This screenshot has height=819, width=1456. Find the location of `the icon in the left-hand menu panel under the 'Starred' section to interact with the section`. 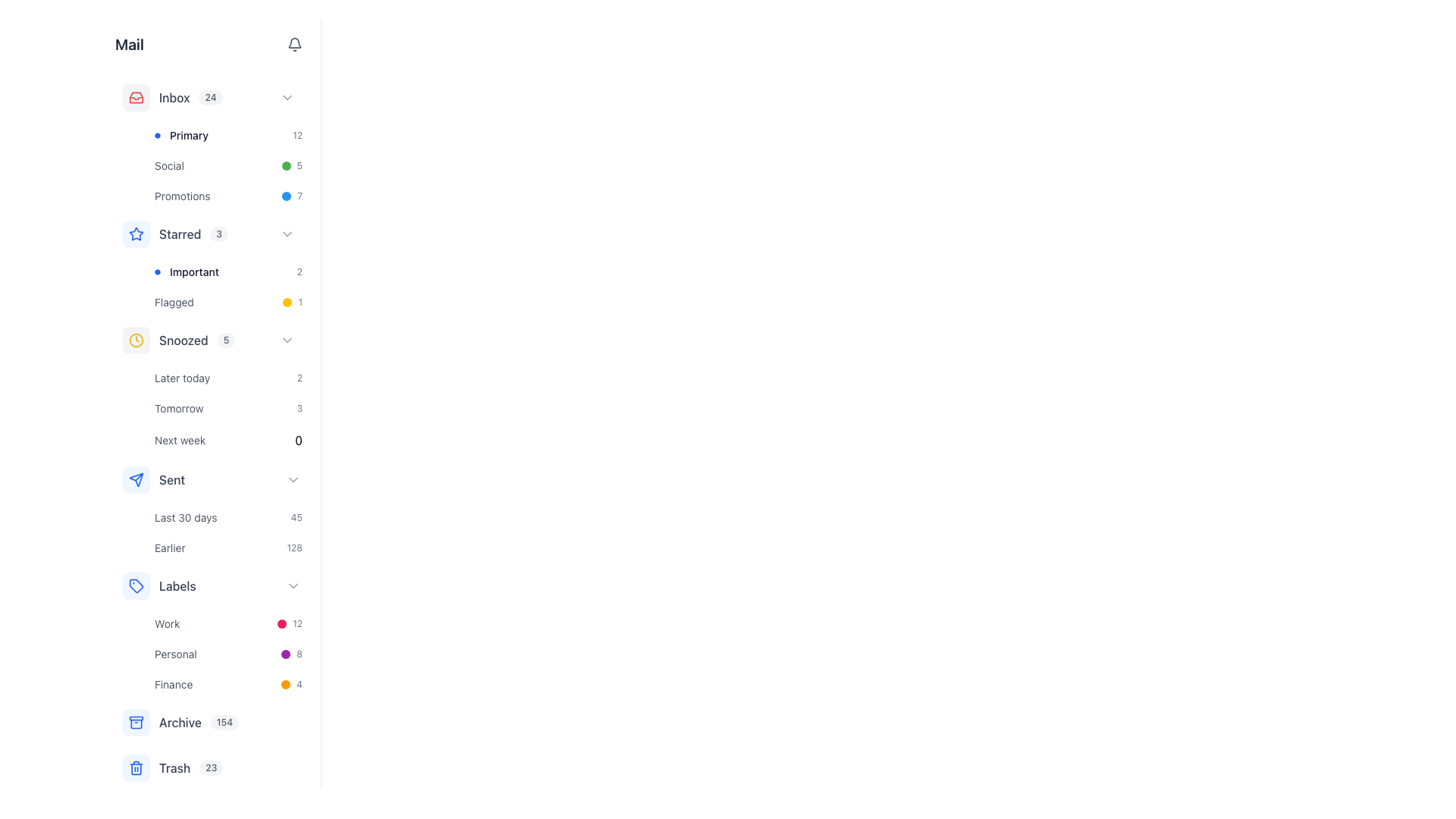

the icon in the left-hand menu panel under the 'Starred' section to interact with the section is located at coordinates (136, 234).